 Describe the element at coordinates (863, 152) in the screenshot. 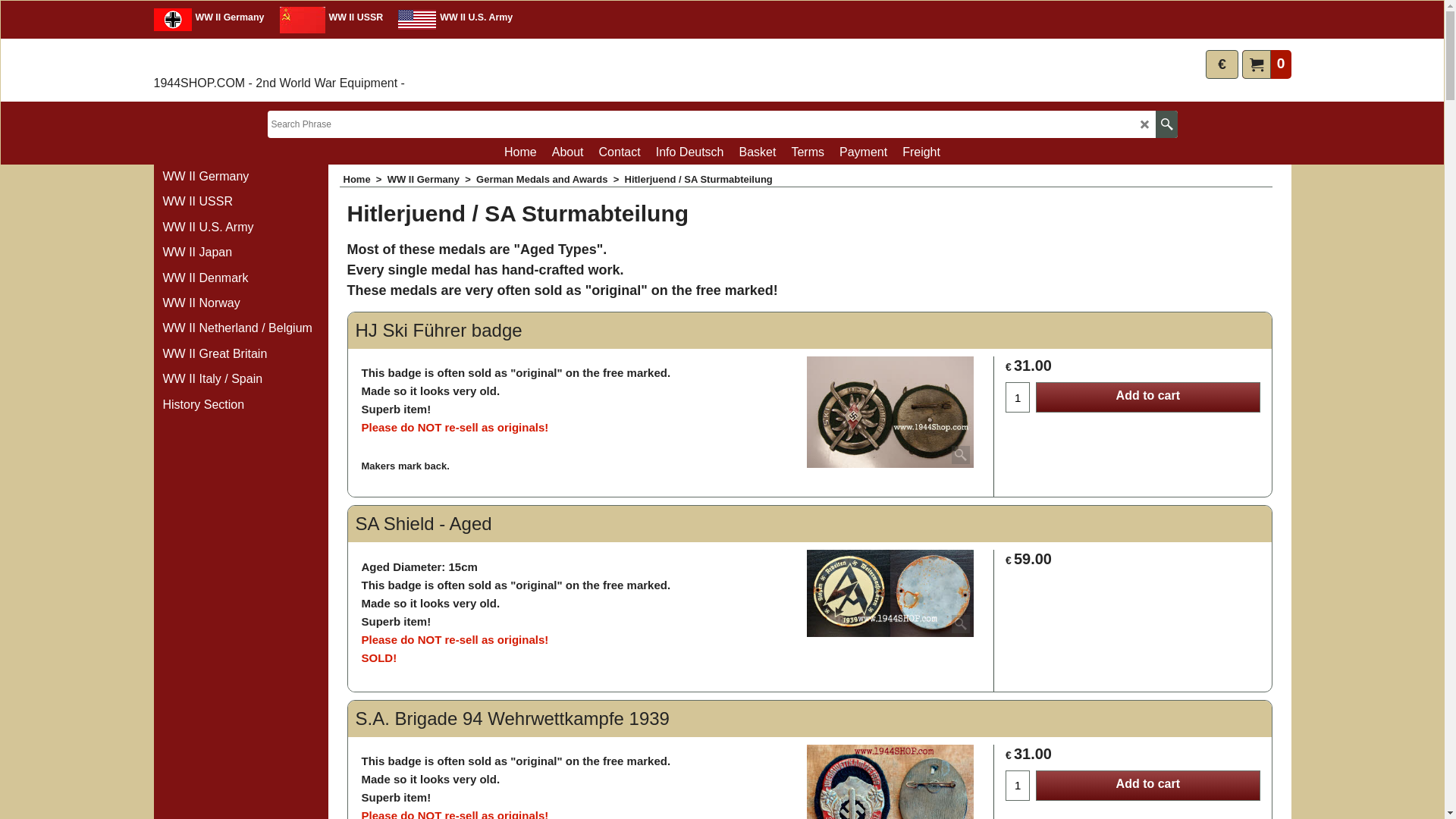

I see `'Payment'` at that location.